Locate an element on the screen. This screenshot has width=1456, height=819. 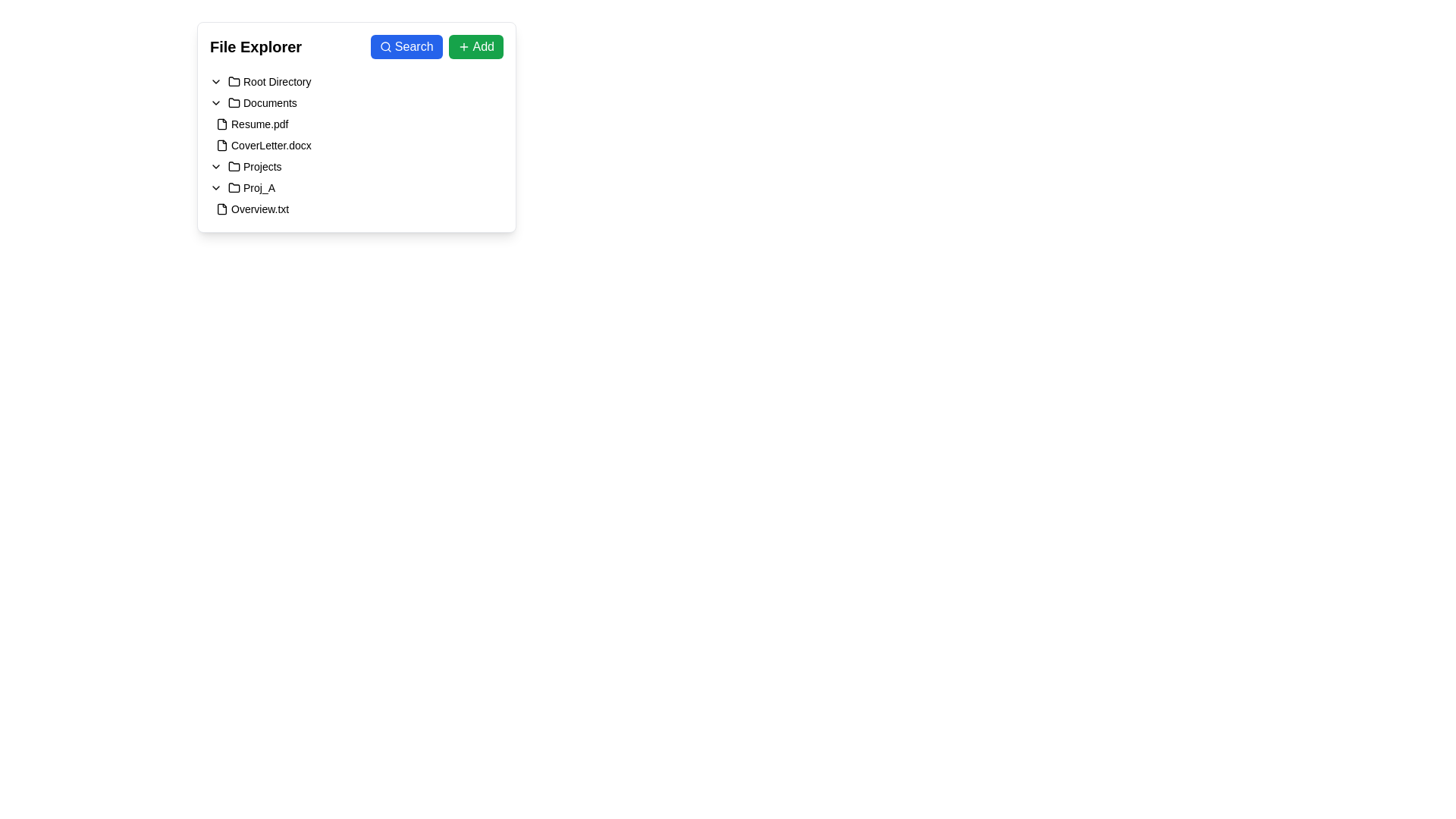
the toggle button is located at coordinates (215, 187).